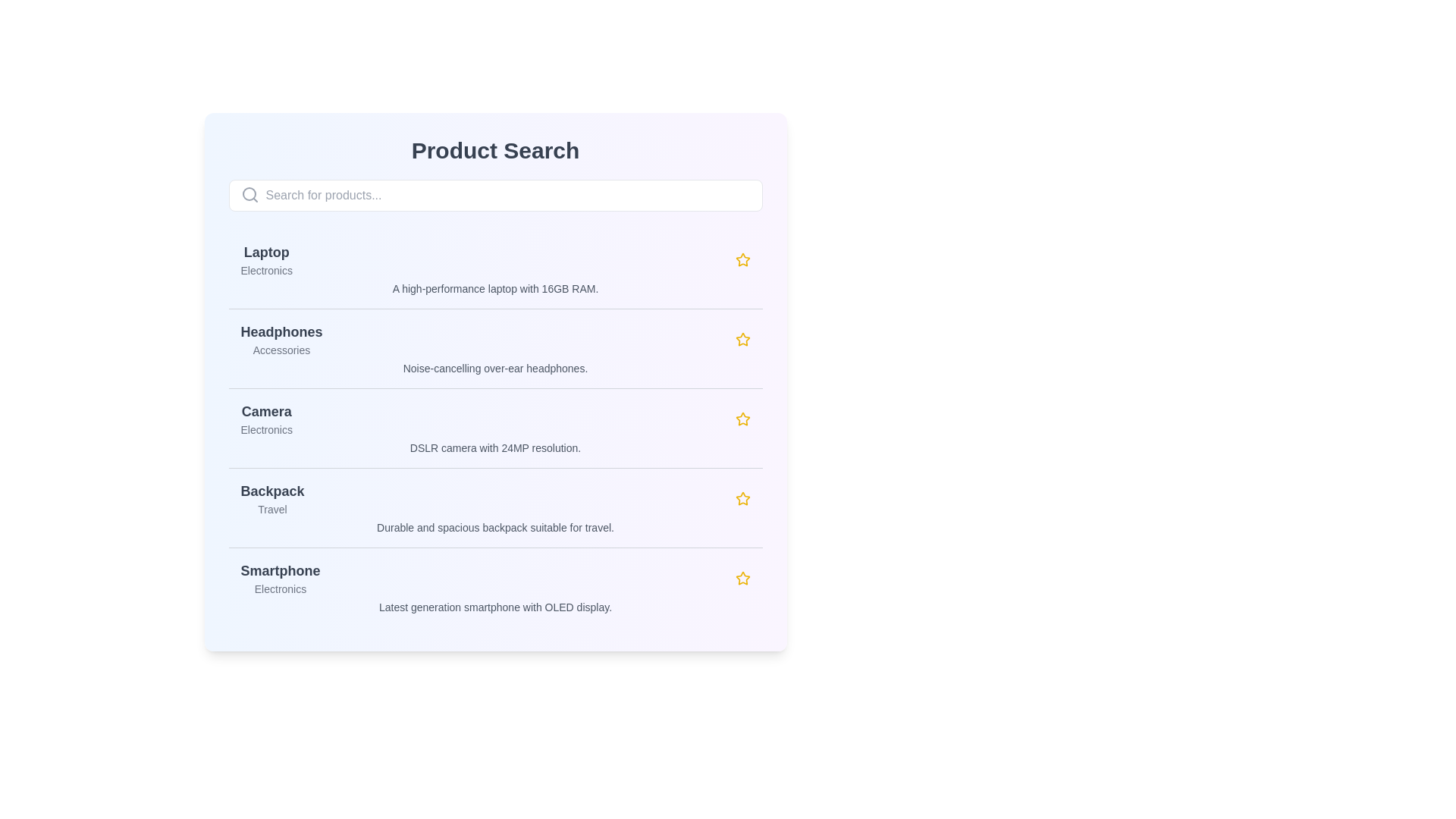 The width and height of the screenshot is (1456, 819). What do you see at coordinates (742, 419) in the screenshot?
I see `the star icon indicating the favorite or bookmark feature for the 'Camera' product, which is aligned with the product name and description` at bounding box center [742, 419].